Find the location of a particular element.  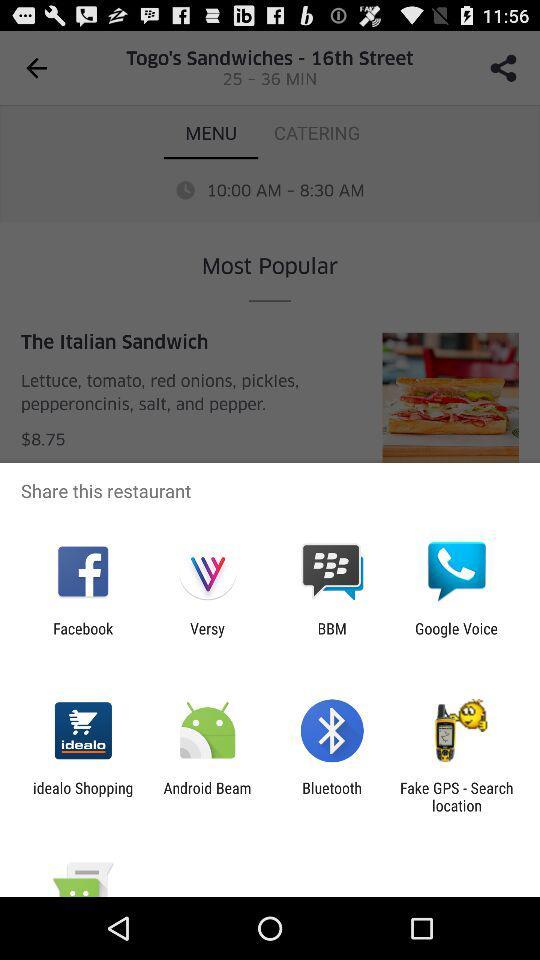

the item to the left of android beam icon is located at coordinates (82, 796).